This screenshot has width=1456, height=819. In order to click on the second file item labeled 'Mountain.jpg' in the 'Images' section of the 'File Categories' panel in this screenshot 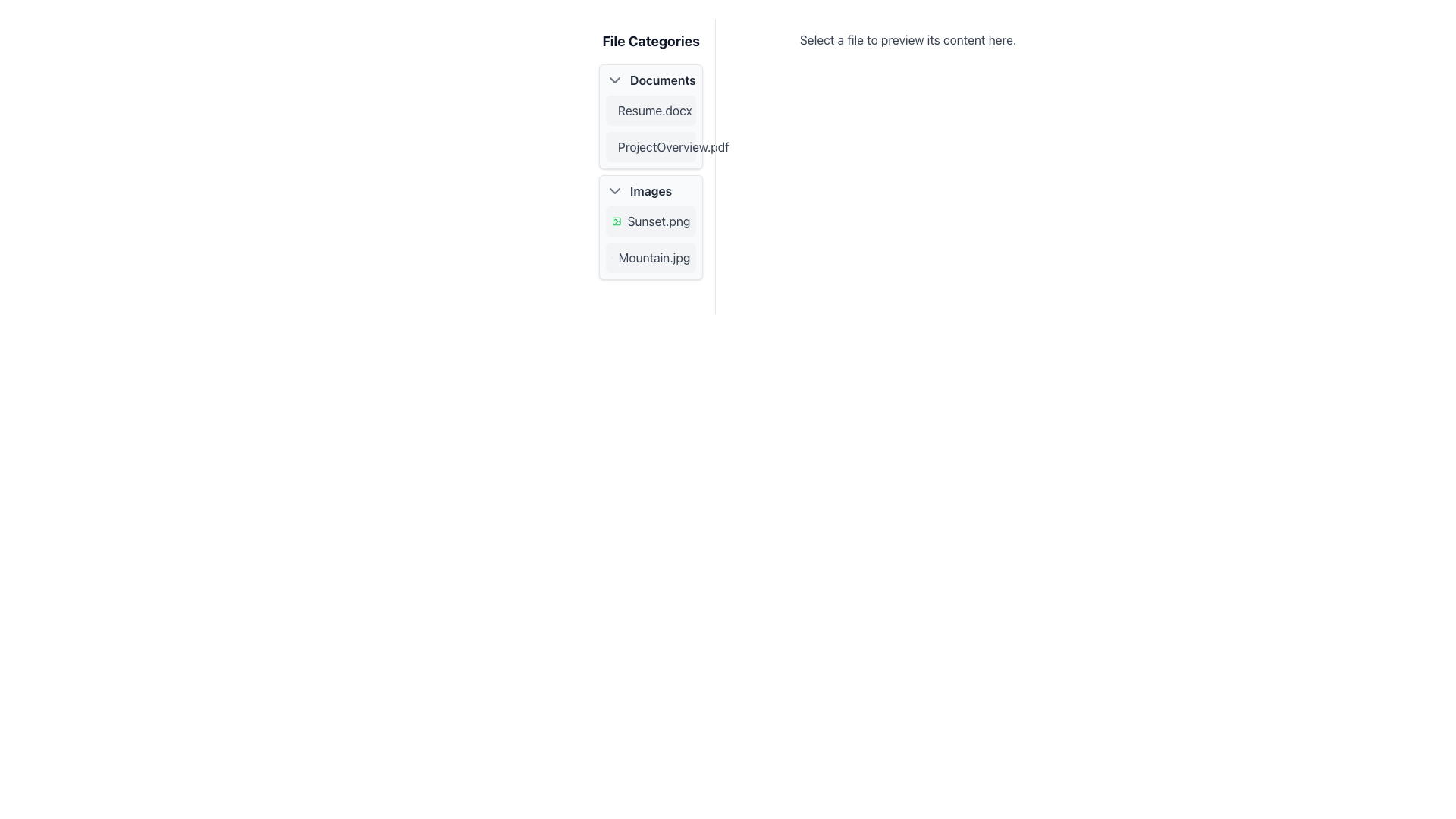, I will do `click(651, 256)`.